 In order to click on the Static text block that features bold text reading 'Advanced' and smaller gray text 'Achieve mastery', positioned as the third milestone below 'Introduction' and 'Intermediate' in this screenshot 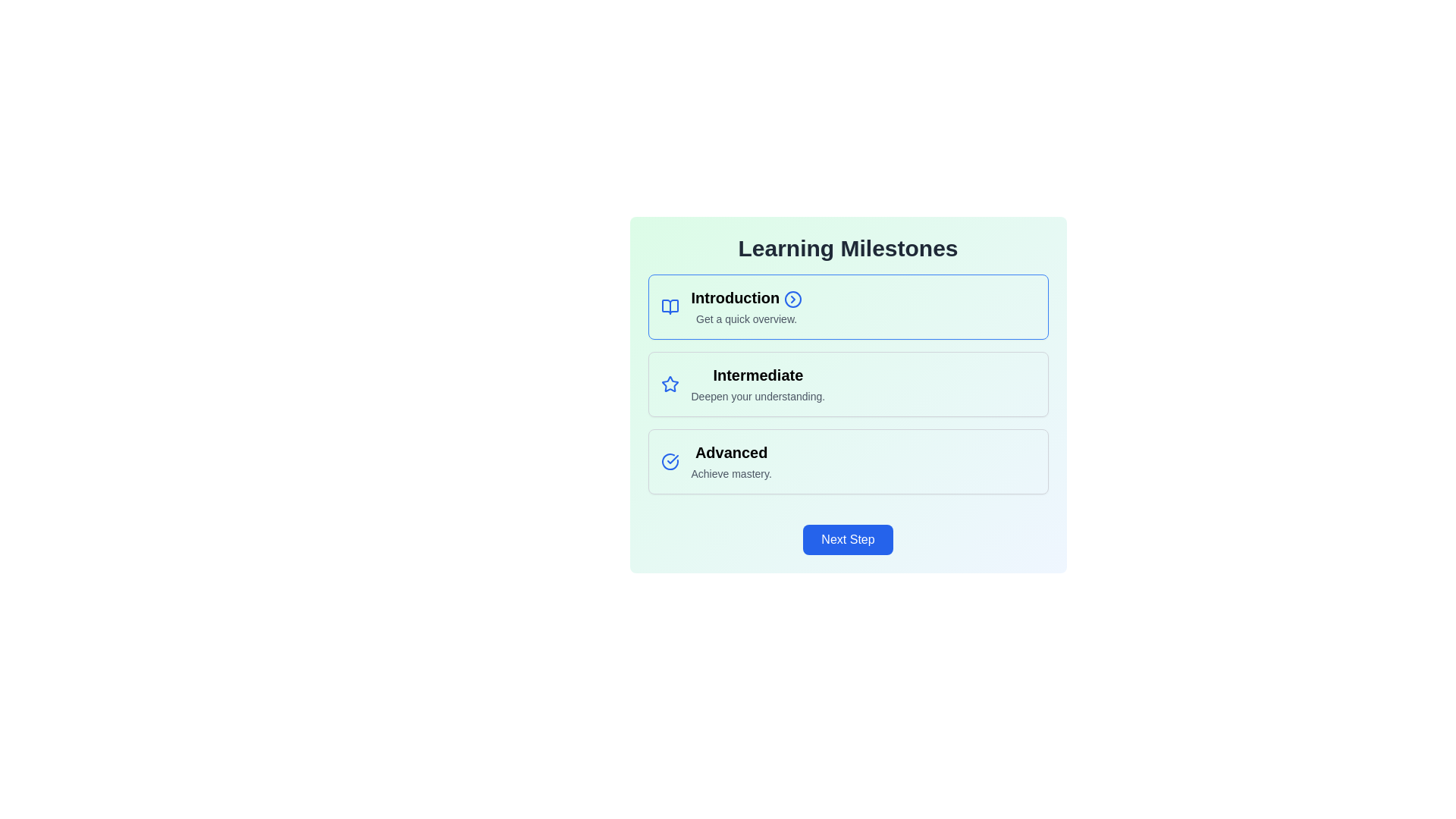, I will do `click(731, 461)`.